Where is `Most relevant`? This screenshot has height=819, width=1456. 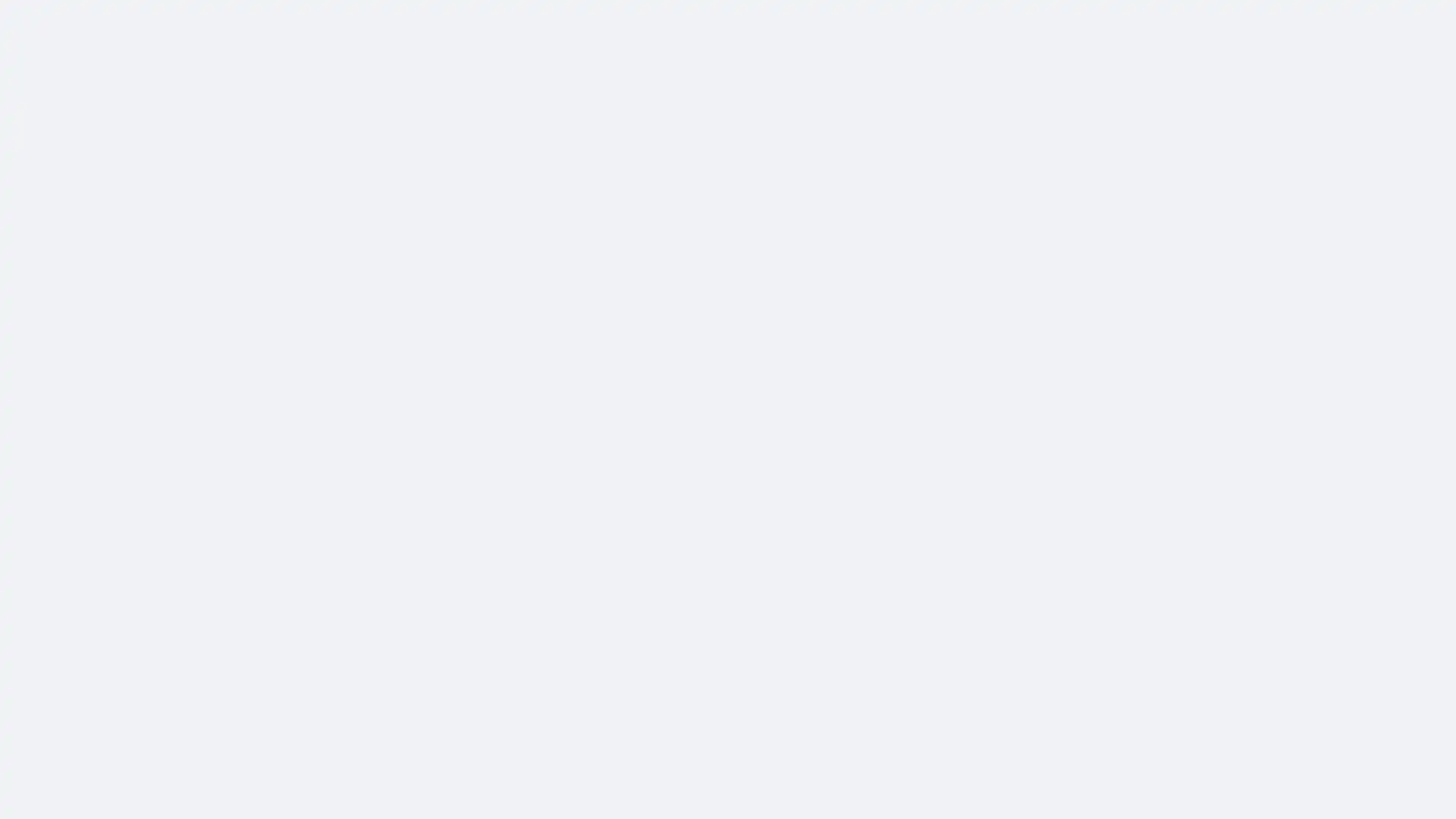 Most relevant is located at coordinates (996, 427).